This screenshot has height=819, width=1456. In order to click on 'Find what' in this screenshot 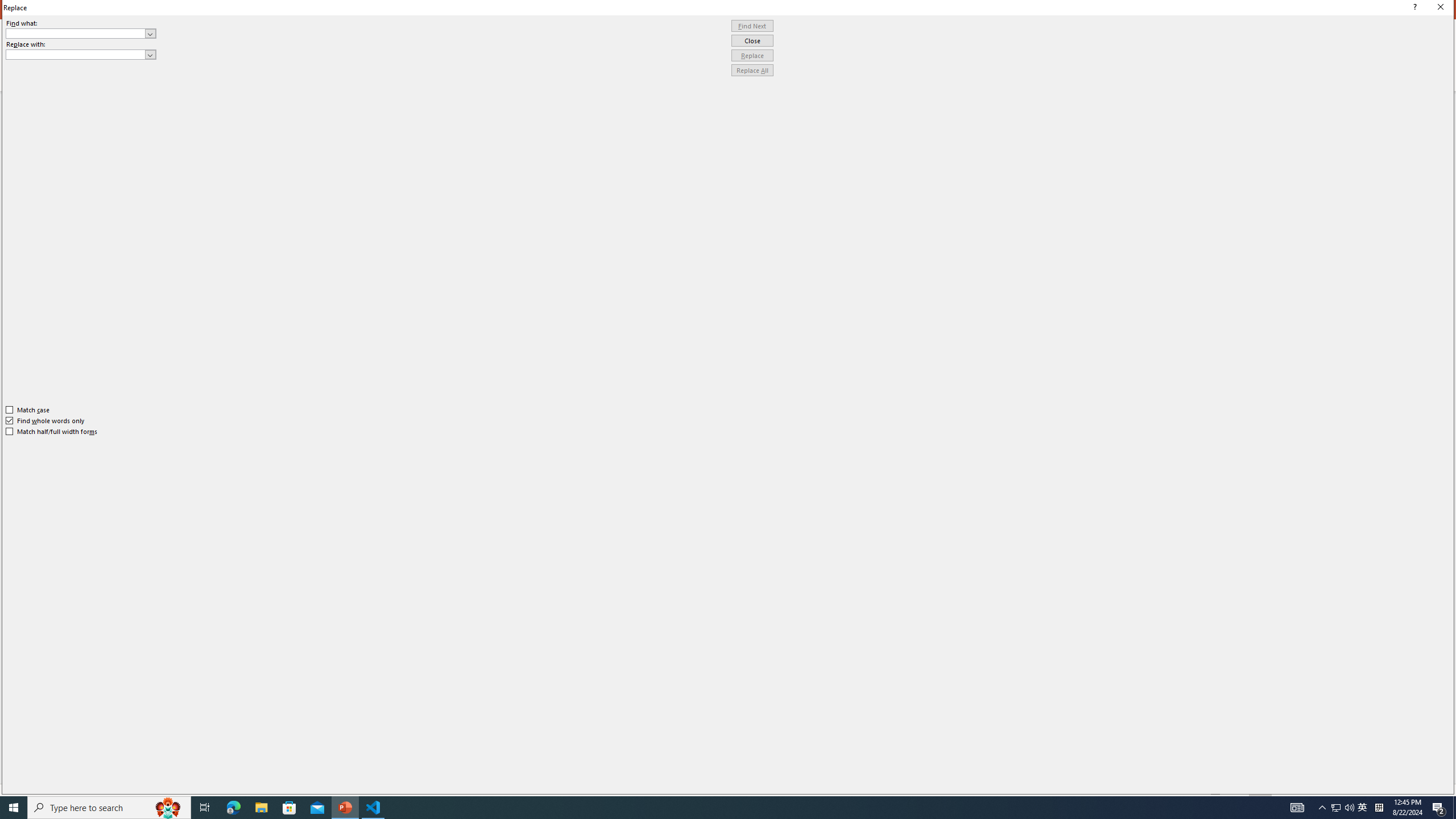, I will do `click(76, 33)`.